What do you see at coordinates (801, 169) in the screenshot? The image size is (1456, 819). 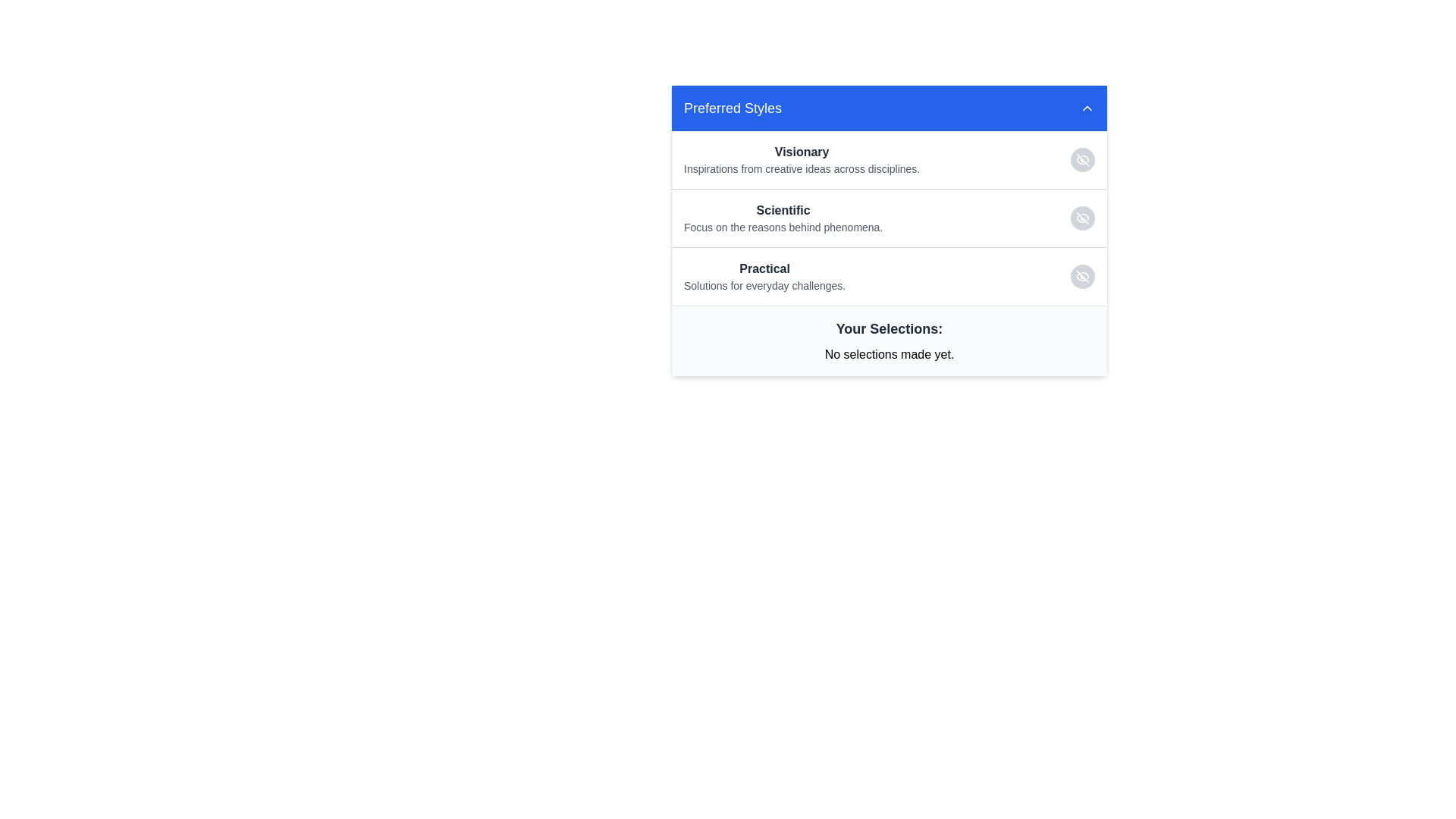 I see `the static text providing supplementary information for the 'Visionary' category, located directly under the header text 'Visionary'` at bounding box center [801, 169].